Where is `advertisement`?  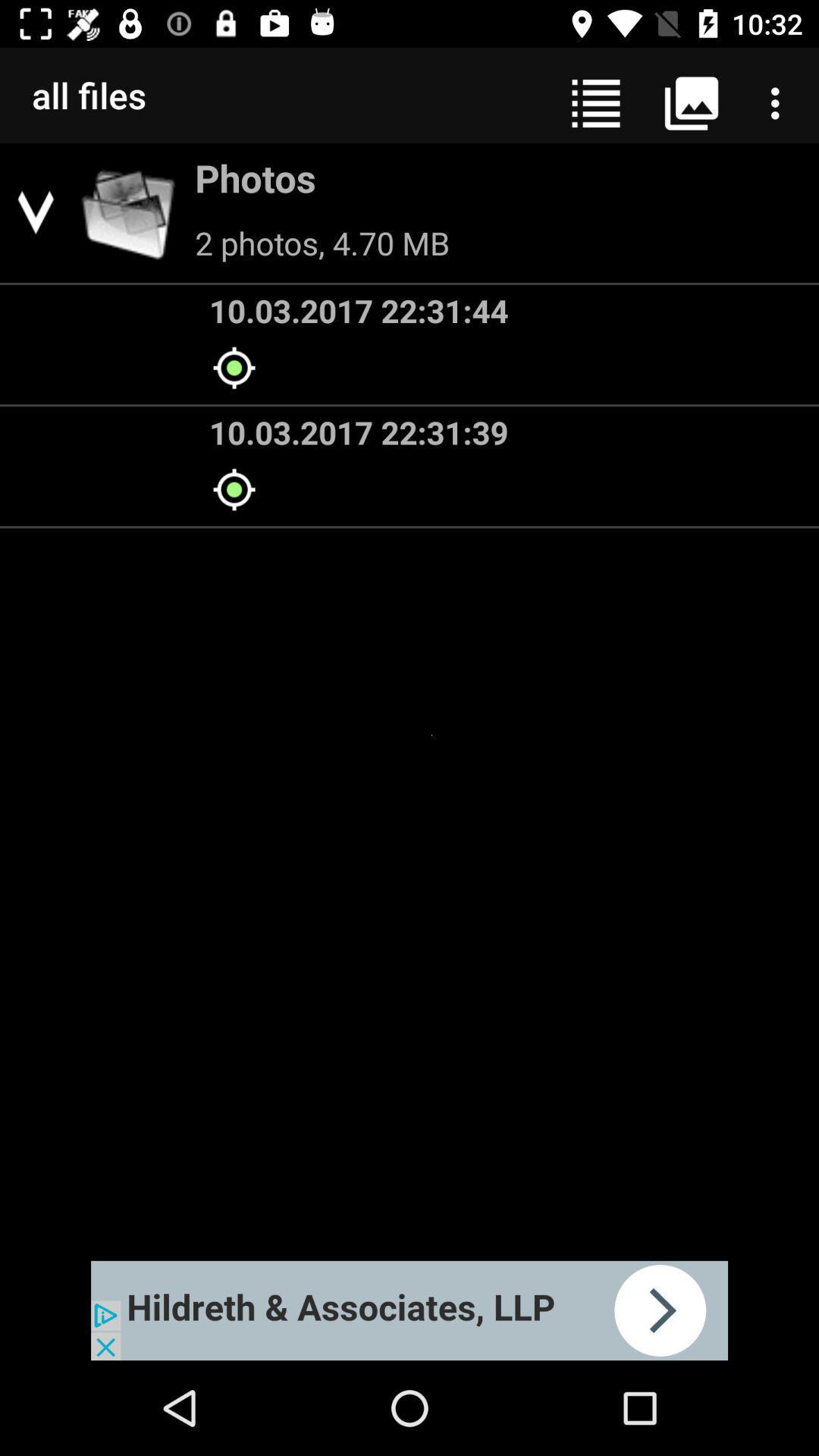 advertisement is located at coordinates (409, 1310).